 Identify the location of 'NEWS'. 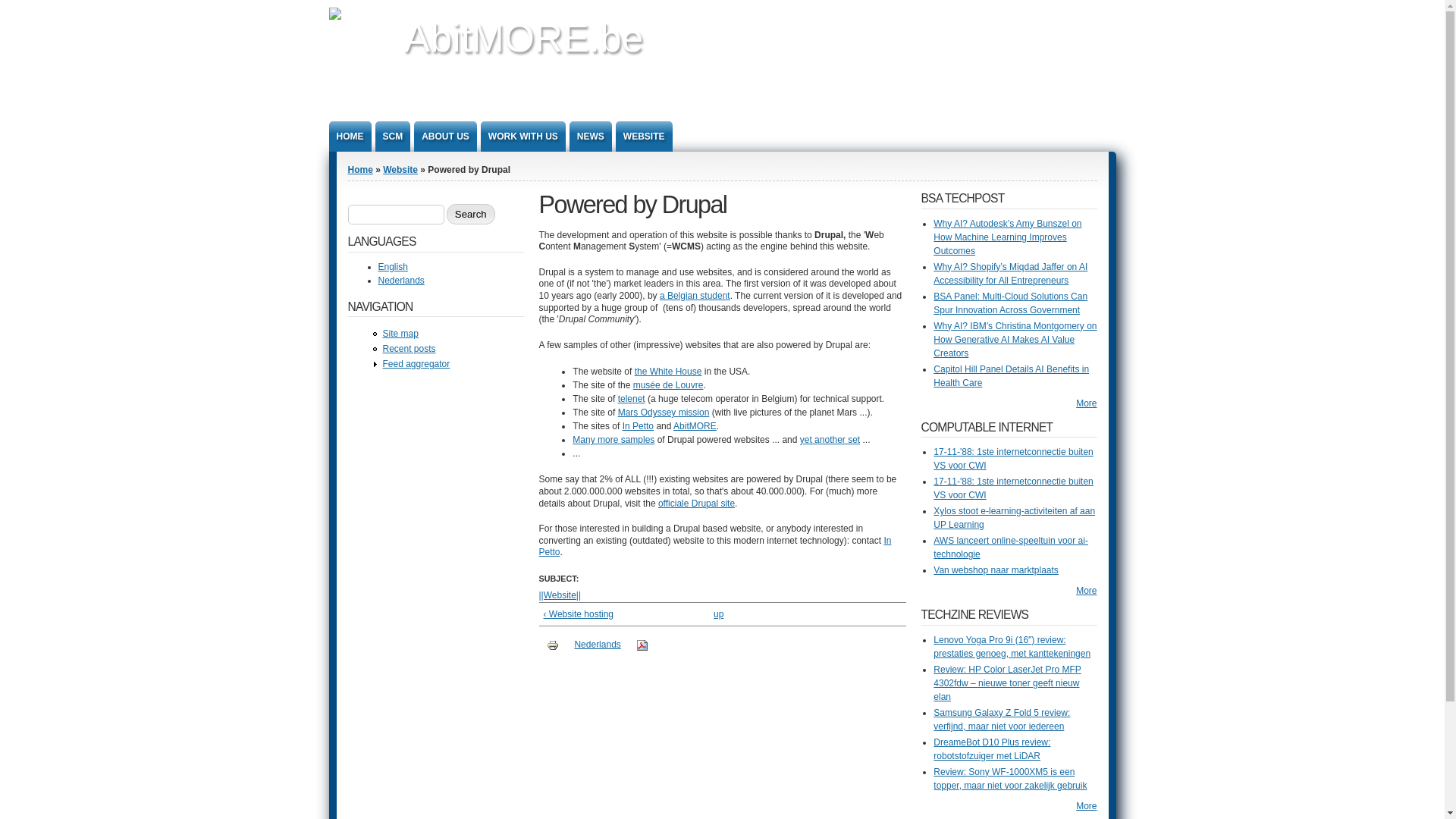
(589, 136).